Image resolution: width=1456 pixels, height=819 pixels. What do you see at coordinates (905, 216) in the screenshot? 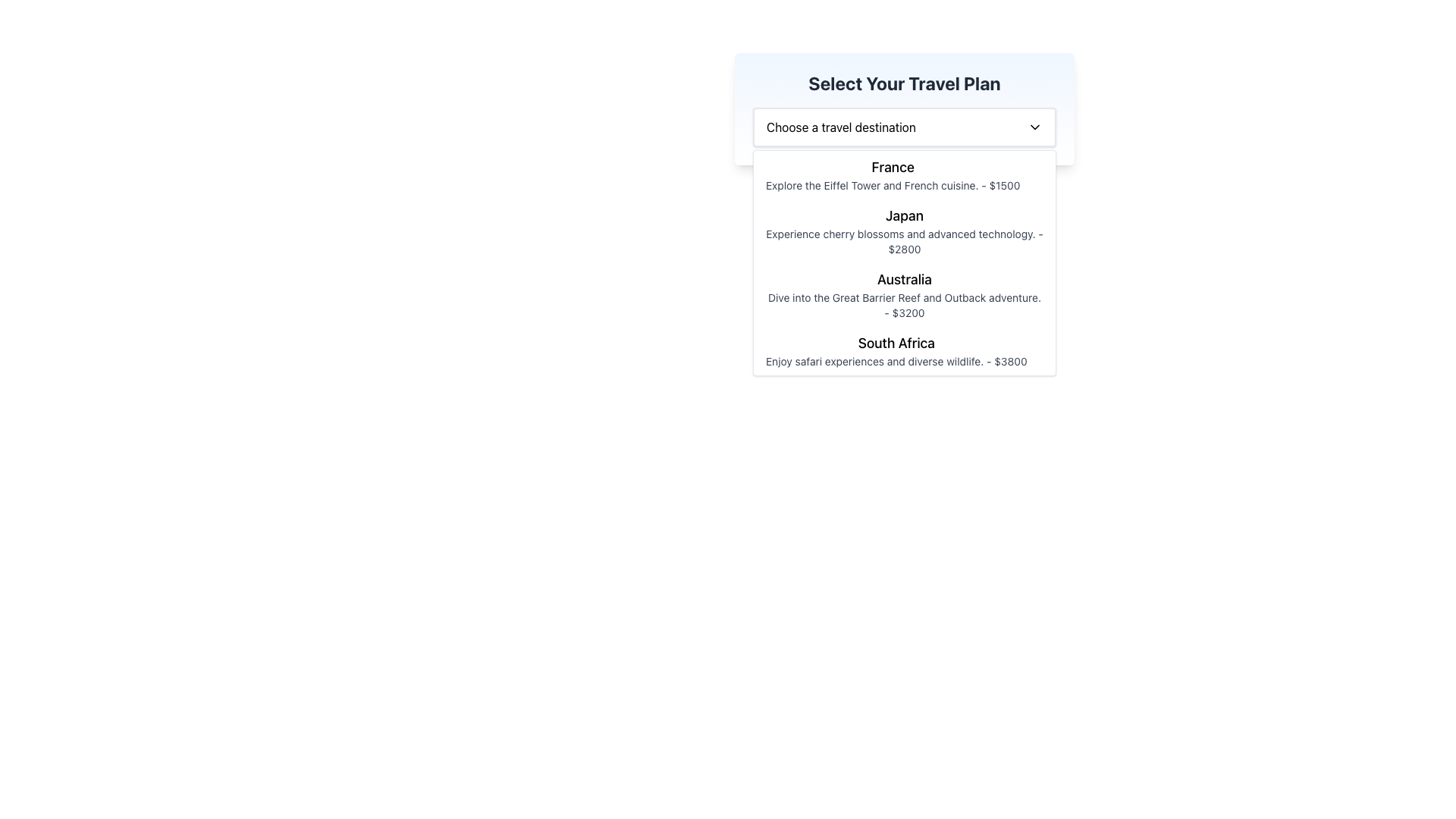
I see `the Text Label that identifies the travel option directly below 'France' in the dropdown menu` at bounding box center [905, 216].